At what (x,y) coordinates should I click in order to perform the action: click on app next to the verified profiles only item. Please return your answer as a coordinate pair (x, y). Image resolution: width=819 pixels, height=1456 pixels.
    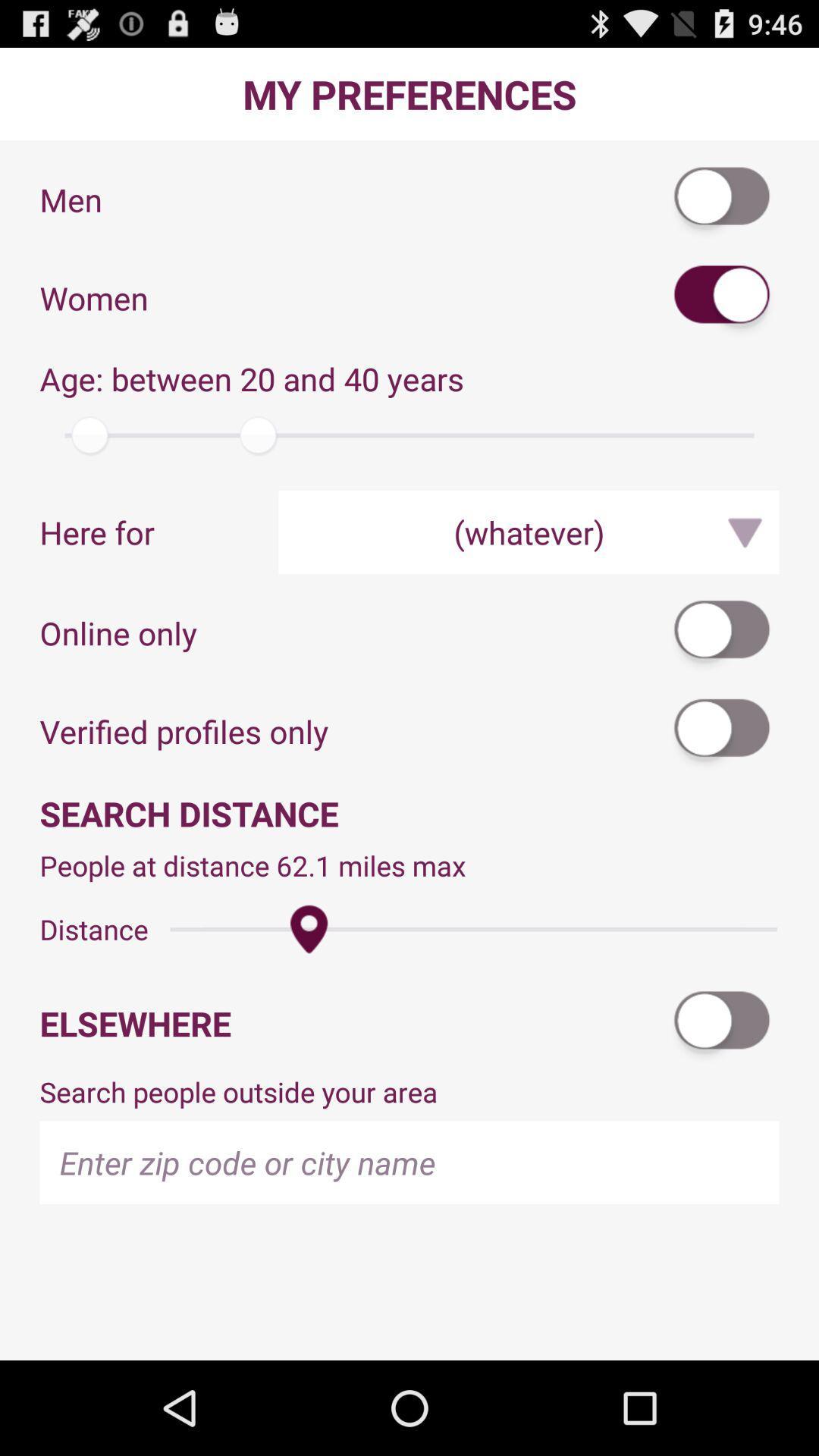
    Looking at the image, I should click on (722, 731).